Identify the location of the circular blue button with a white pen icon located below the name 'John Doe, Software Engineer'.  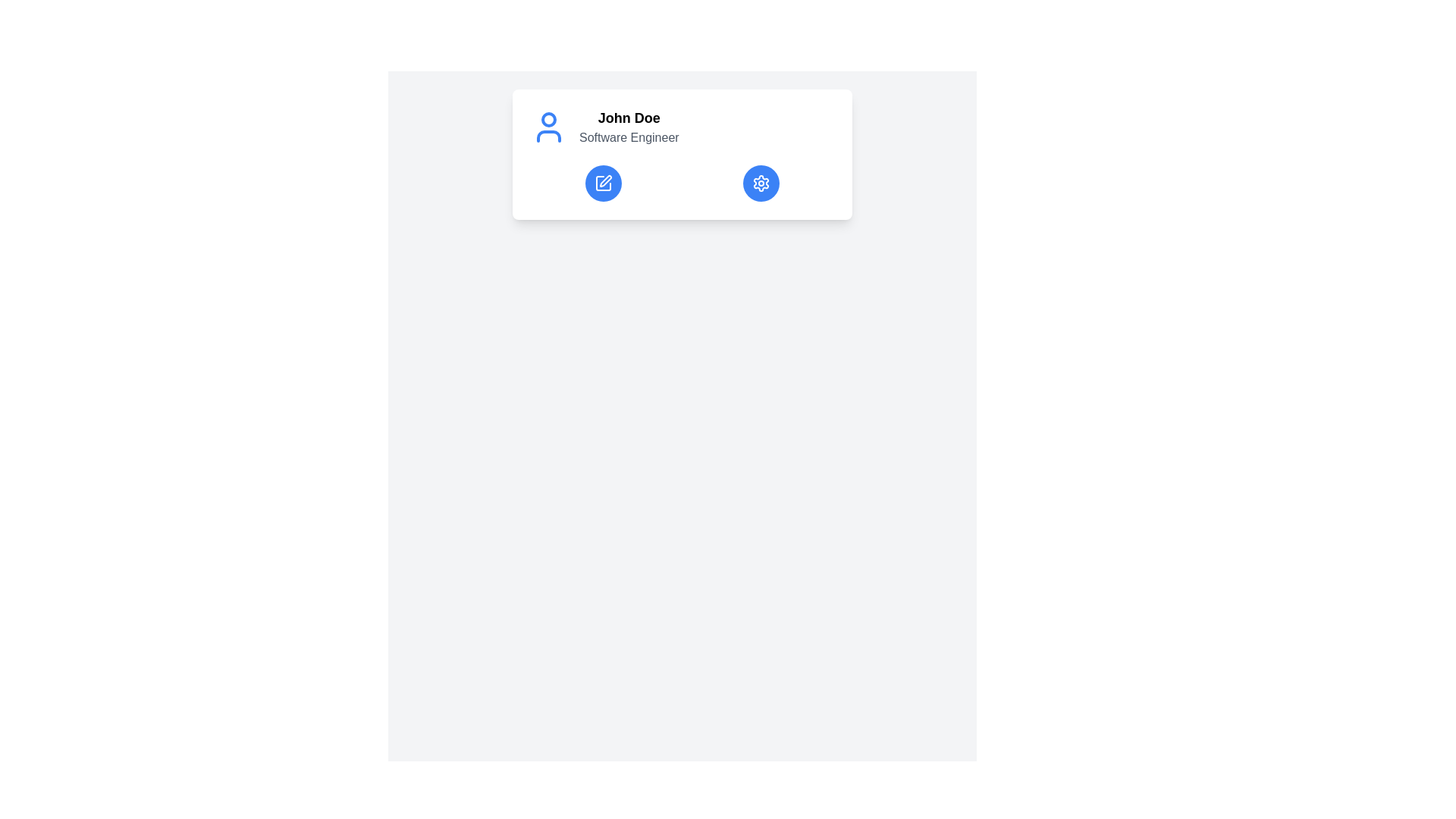
(603, 183).